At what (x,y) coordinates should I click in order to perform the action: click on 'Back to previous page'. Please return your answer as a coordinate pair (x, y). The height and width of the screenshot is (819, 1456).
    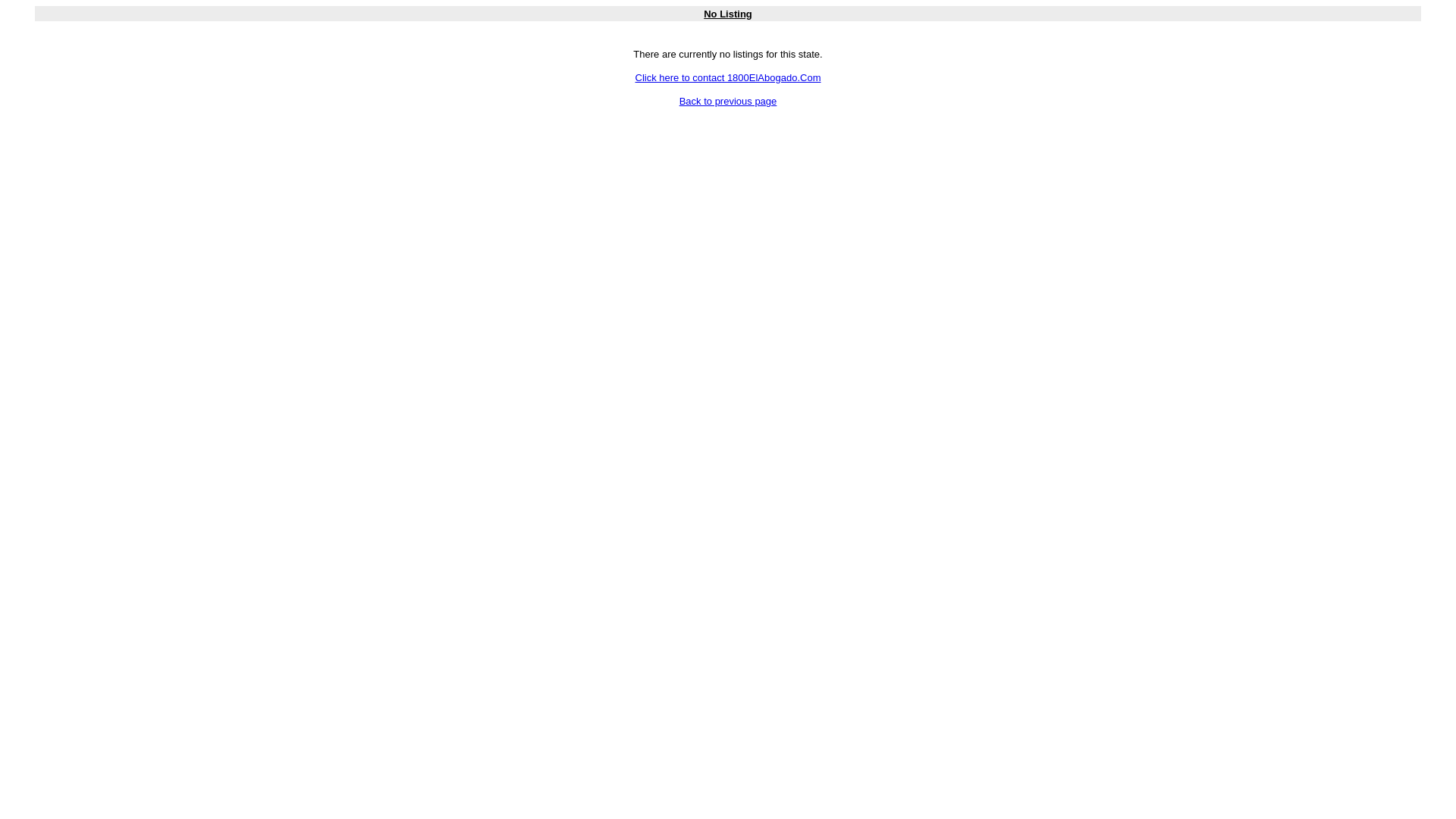
    Looking at the image, I should click on (728, 101).